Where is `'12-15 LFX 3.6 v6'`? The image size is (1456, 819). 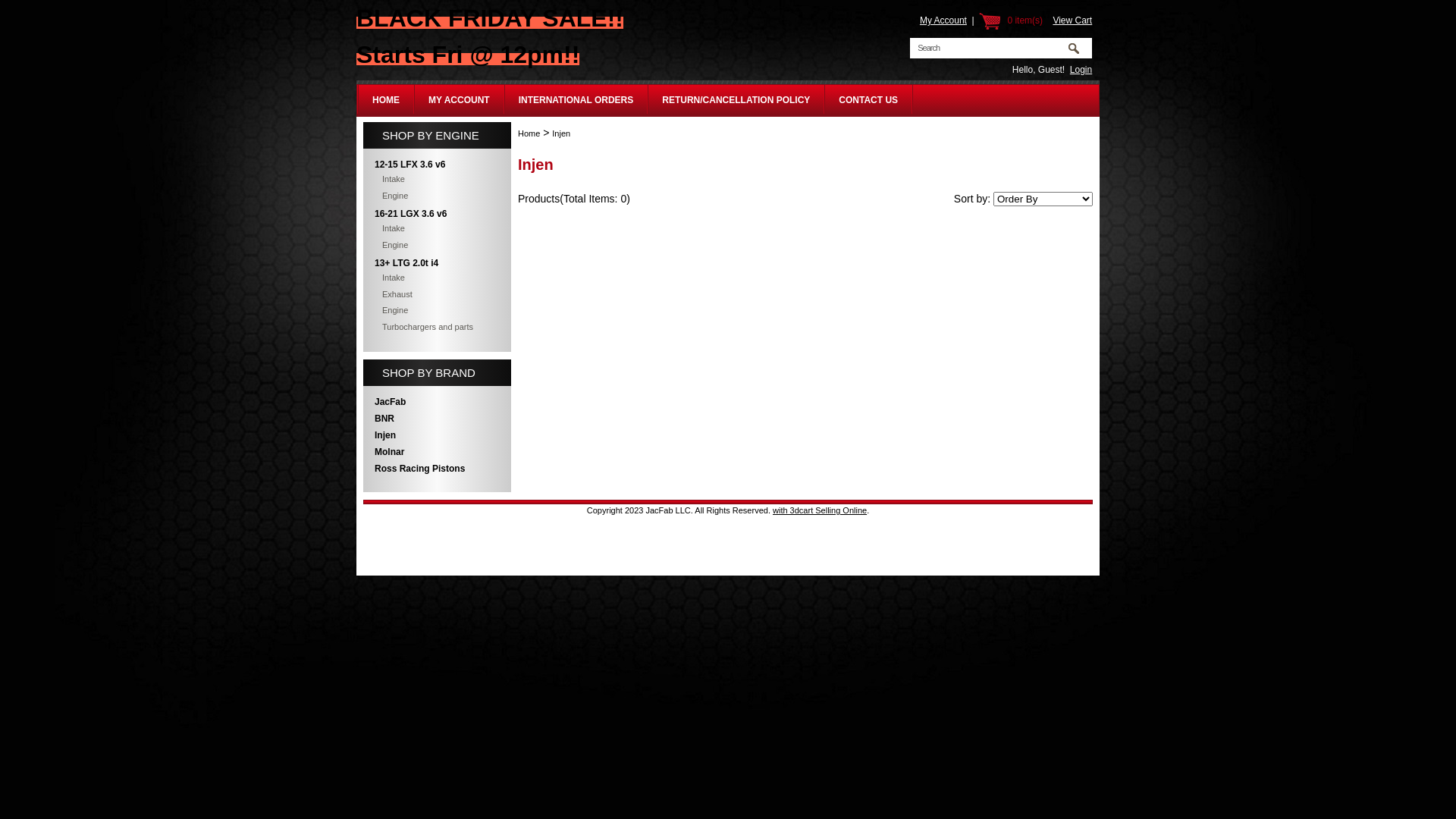 '12-15 LFX 3.6 v6' is located at coordinates (436, 164).